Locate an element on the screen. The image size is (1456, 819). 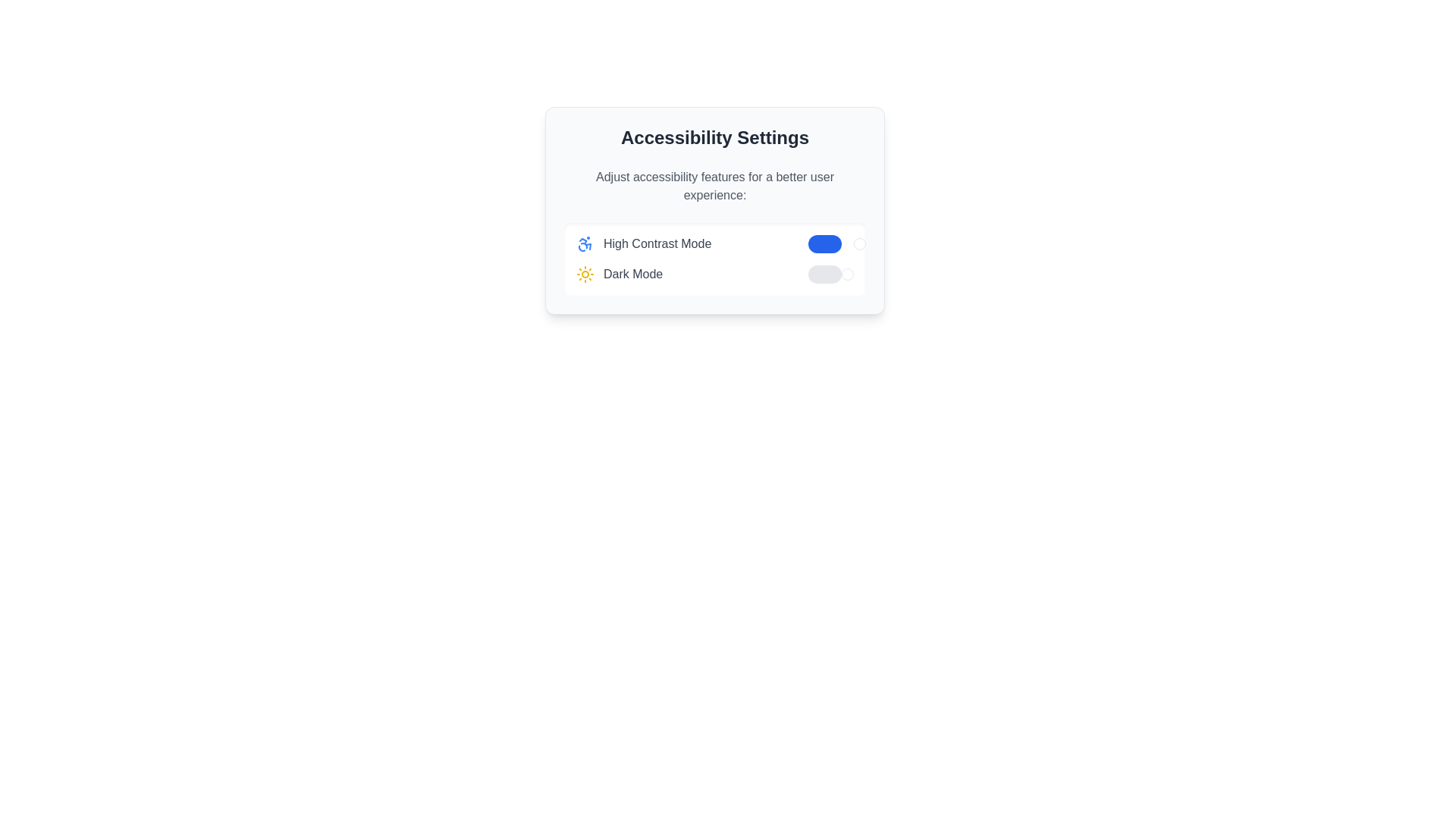
text label indicating the function of the 'Dark Mode' toggle switch, which is positioned in the second row of the 'Accessibility Settings' dialog box, to the right of the sun icon is located at coordinates (633, 275).